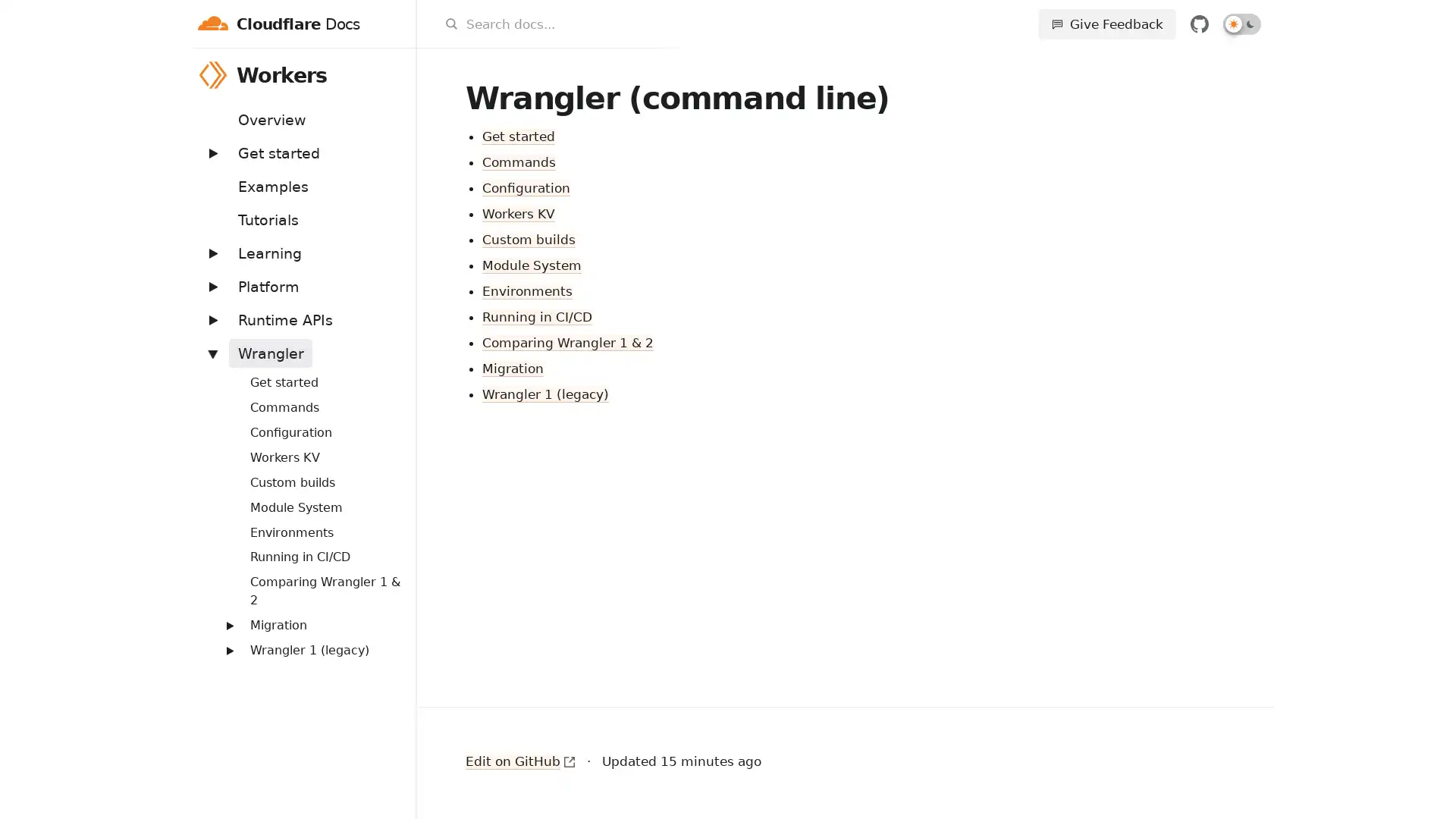 The height and width of the screenshot is (819, 1456). Describe the element at coordinates (211, 252) in the screenshot. I see `Expand: Learning` at that location.